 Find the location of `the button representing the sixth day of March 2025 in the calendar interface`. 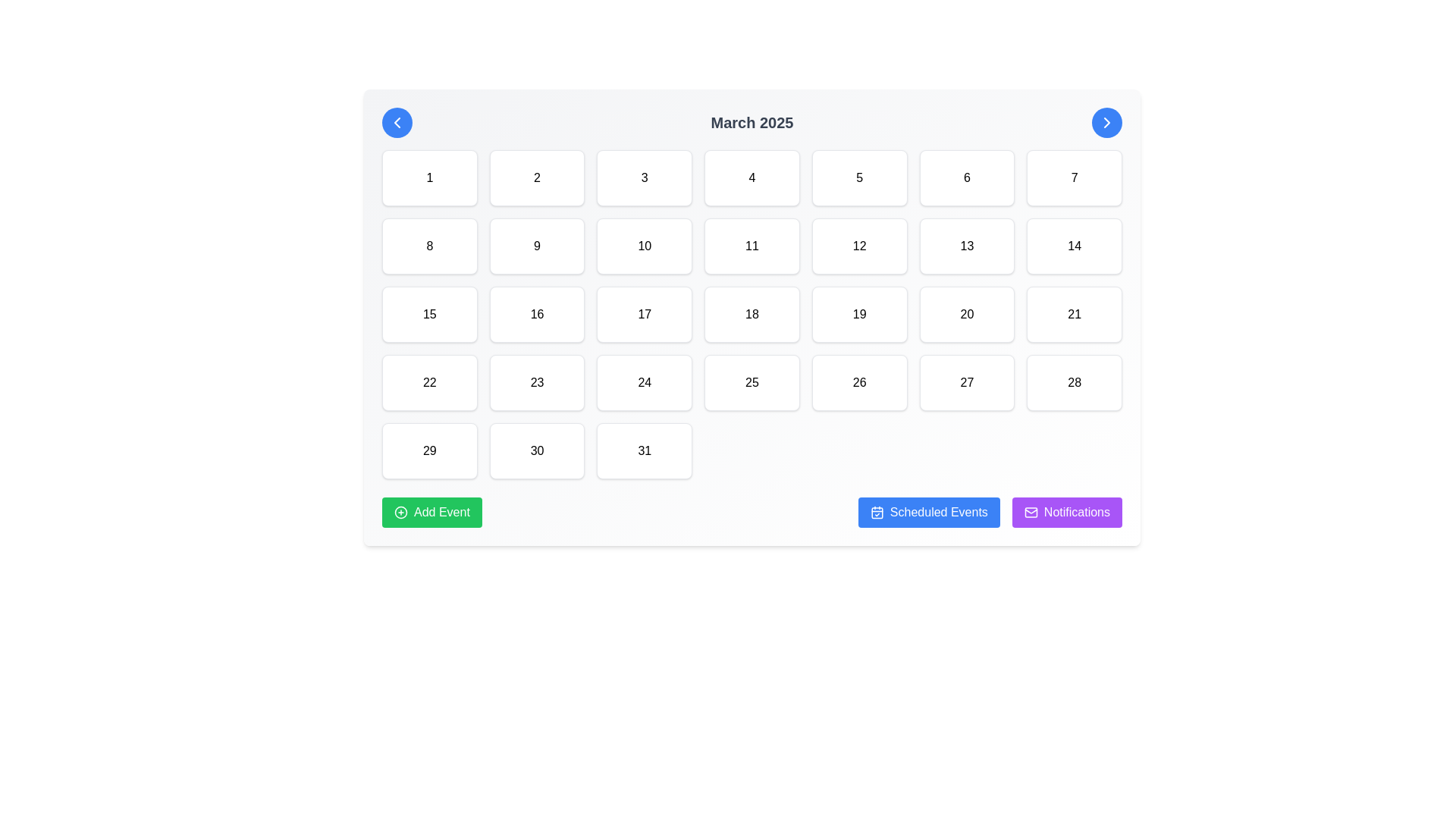

the button representing the sixth day of March 2025 in the calendar interface is located at coordinates (966, 177).